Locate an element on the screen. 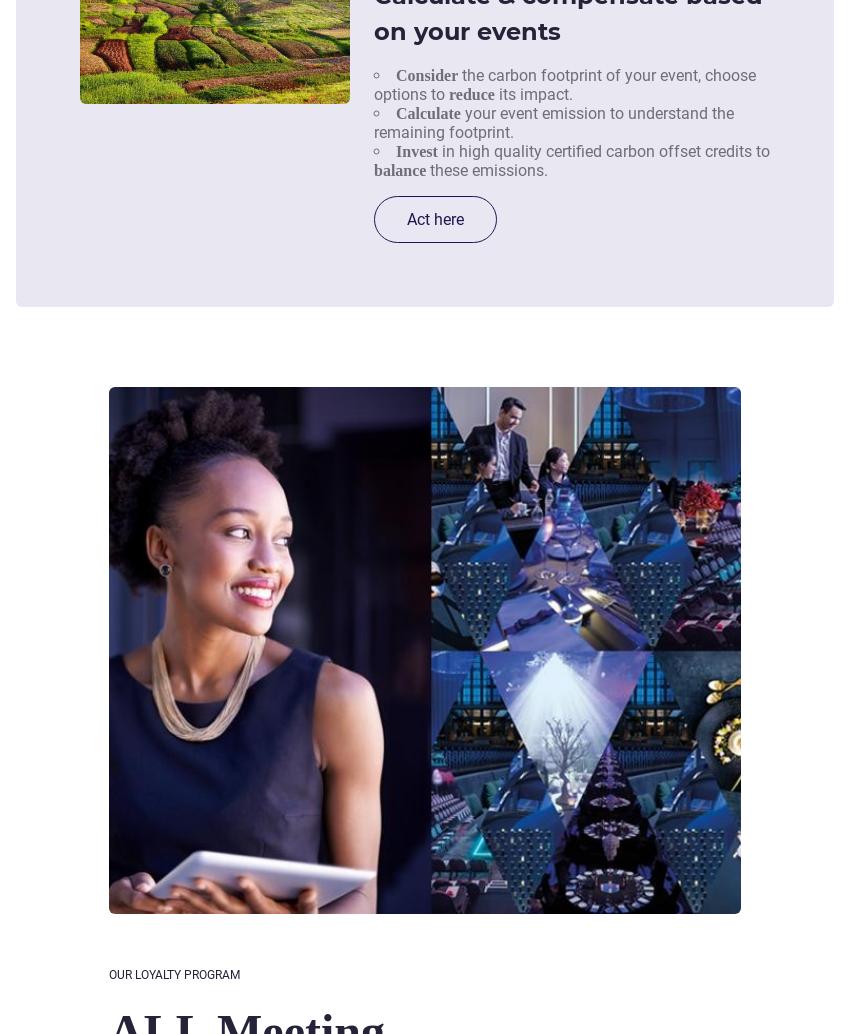 The image size is (850, 1034). 'these emissions.' is located at coordinates (486, 169).